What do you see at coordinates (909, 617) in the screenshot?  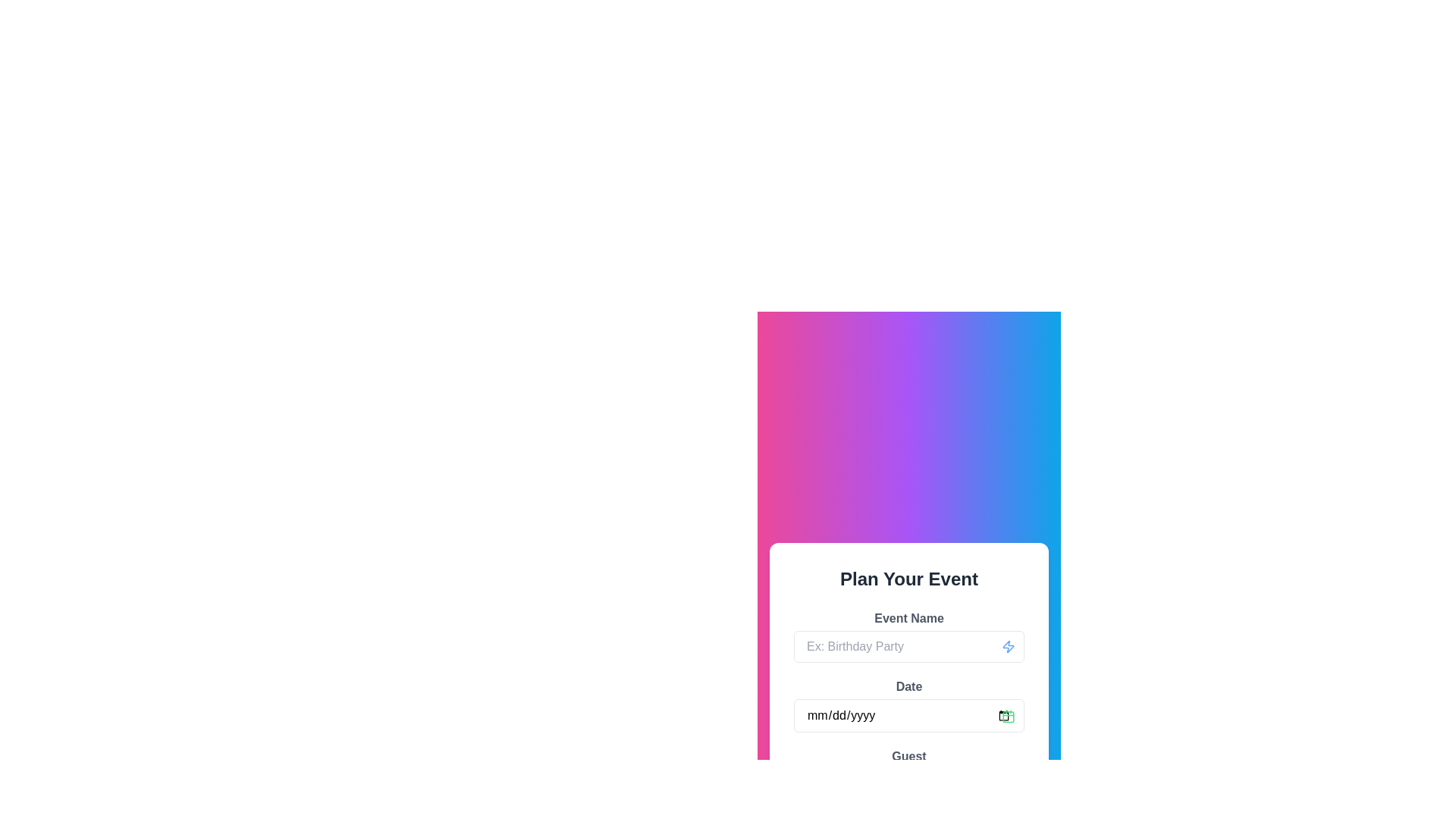 I see `the 'Event Name' label, which is a bold gray text positioned at the top of the form section above the input field labeled 'Ex: Birthday Party'` at bounding box center [909, 617].